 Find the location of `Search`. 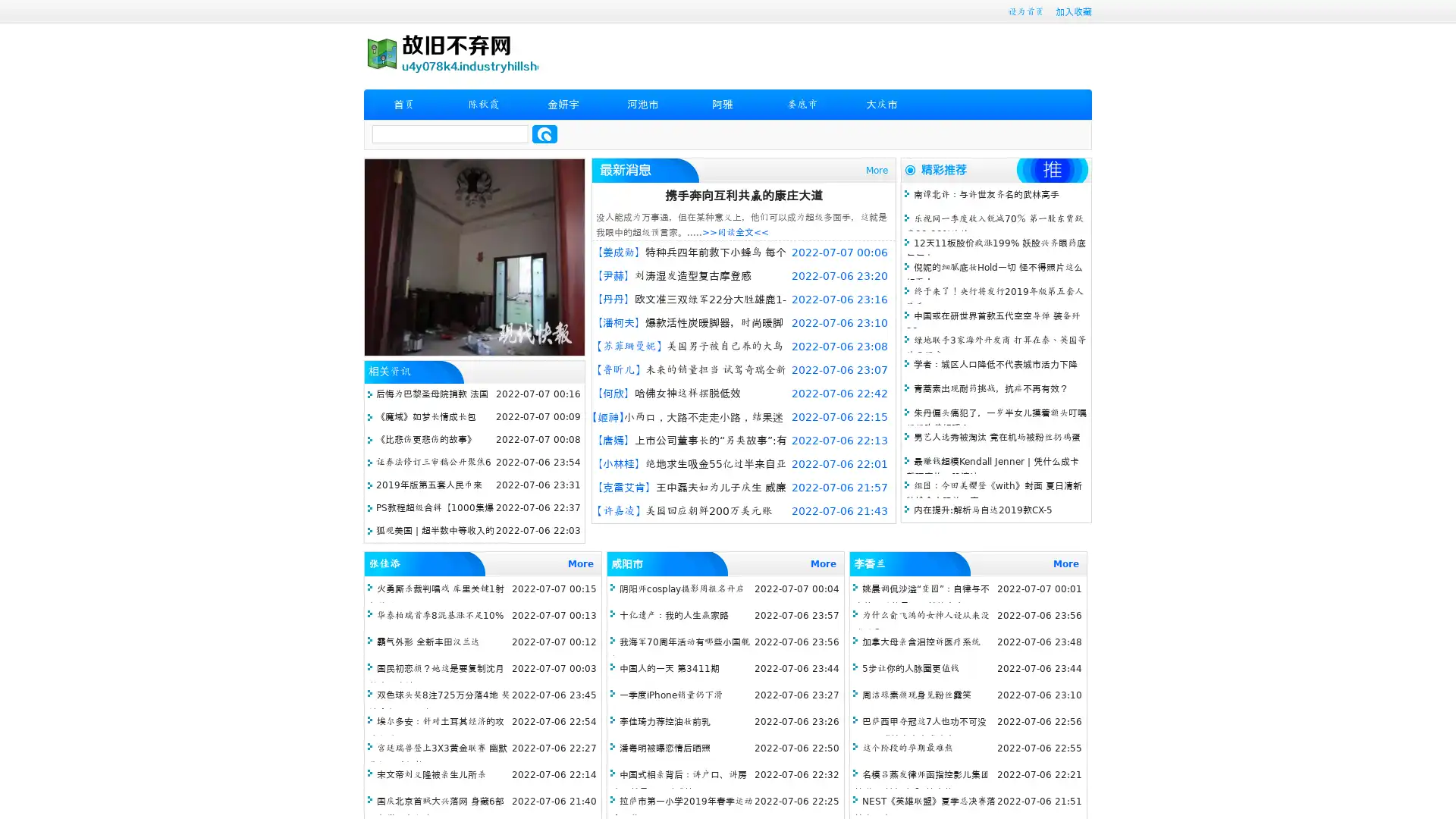

Search is located at coordinates (544, 133).